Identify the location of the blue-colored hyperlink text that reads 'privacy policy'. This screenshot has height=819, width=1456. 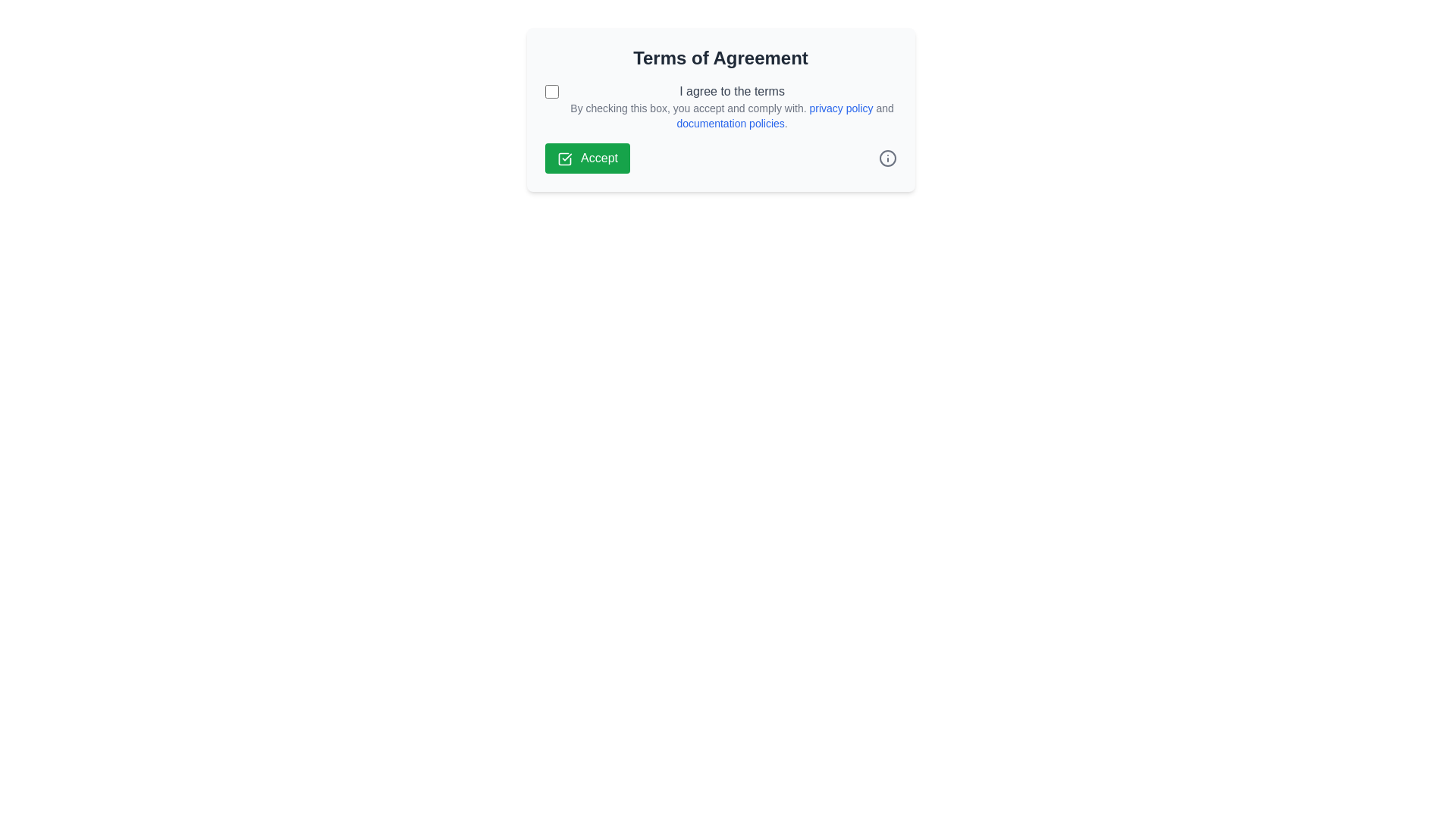
(839, 107).